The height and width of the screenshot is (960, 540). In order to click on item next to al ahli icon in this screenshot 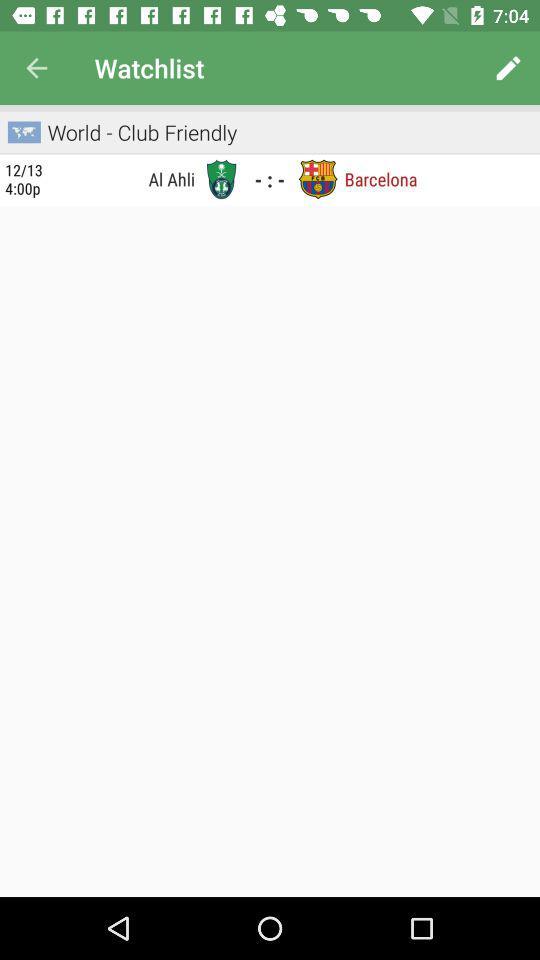, I will do `click(23, 178)`.